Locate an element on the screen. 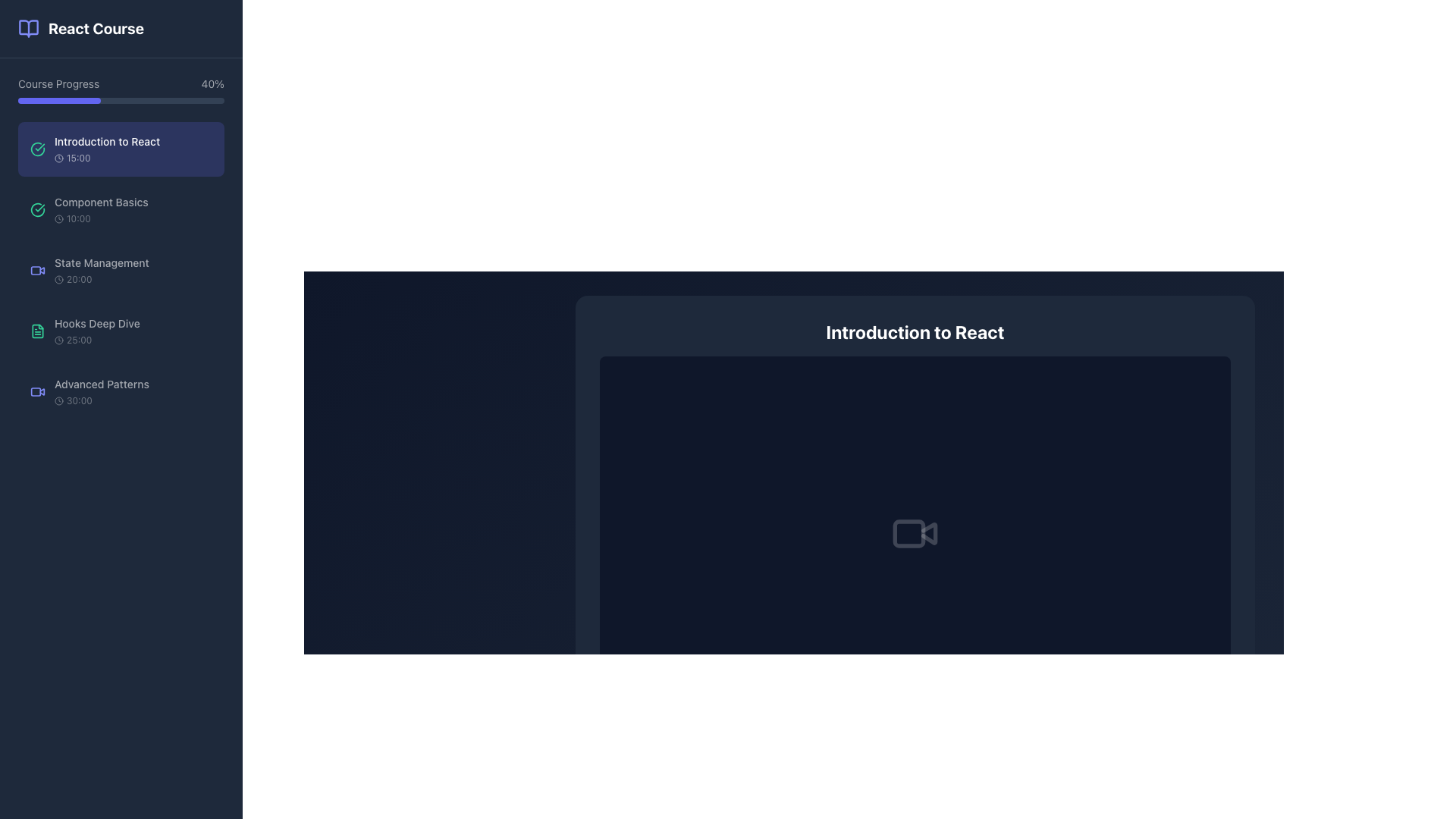  the 'State Management' button in the sidebar of the 'React Course', which features an indigo video icon and white text is located at coordinates (120, 270).